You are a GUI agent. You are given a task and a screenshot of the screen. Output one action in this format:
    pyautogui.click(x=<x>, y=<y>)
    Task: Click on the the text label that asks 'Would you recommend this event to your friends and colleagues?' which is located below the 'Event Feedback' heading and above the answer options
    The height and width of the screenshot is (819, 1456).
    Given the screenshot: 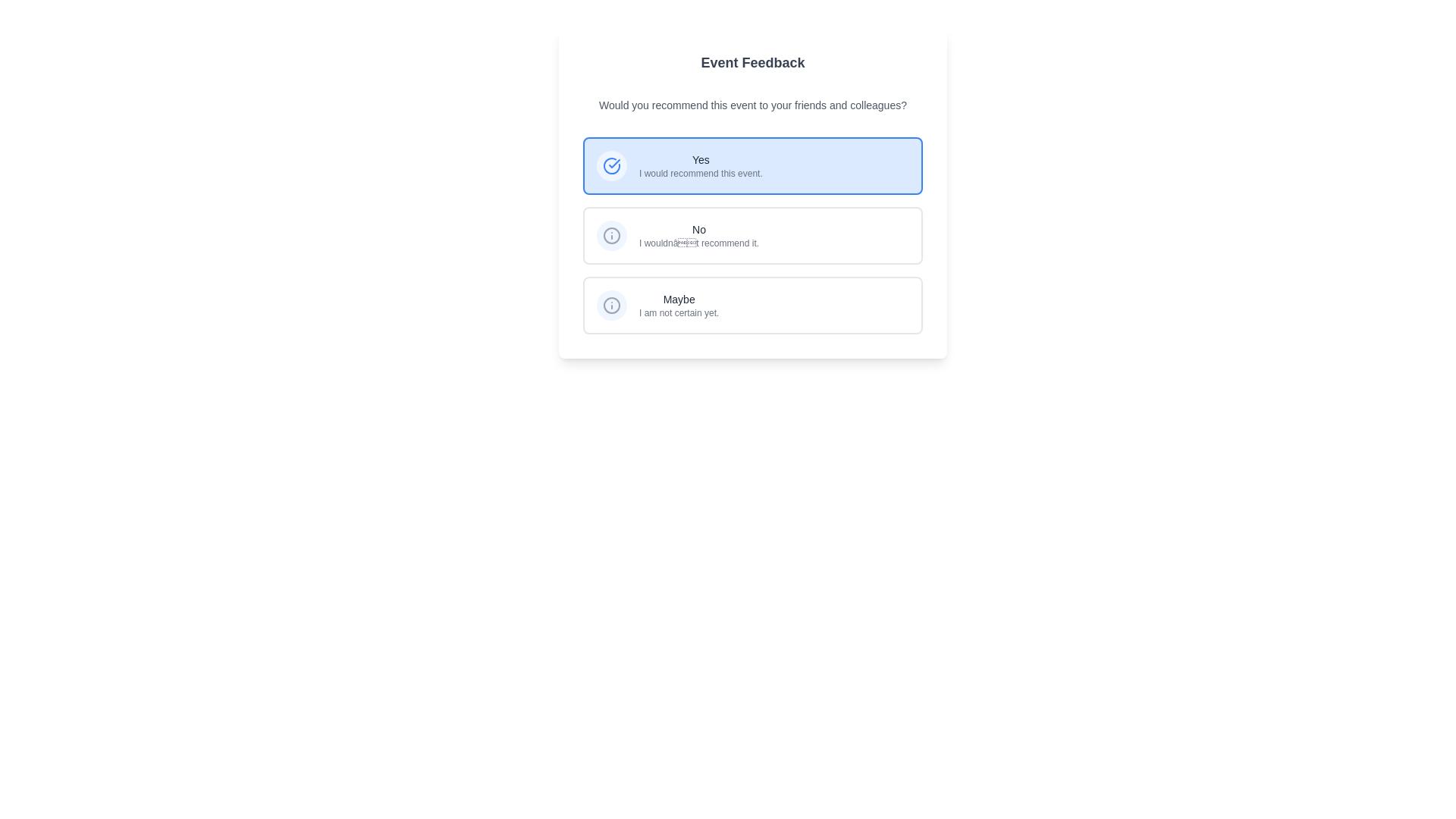 What is the action you would take?
    pyautogui.click(x=753, y=104)
    